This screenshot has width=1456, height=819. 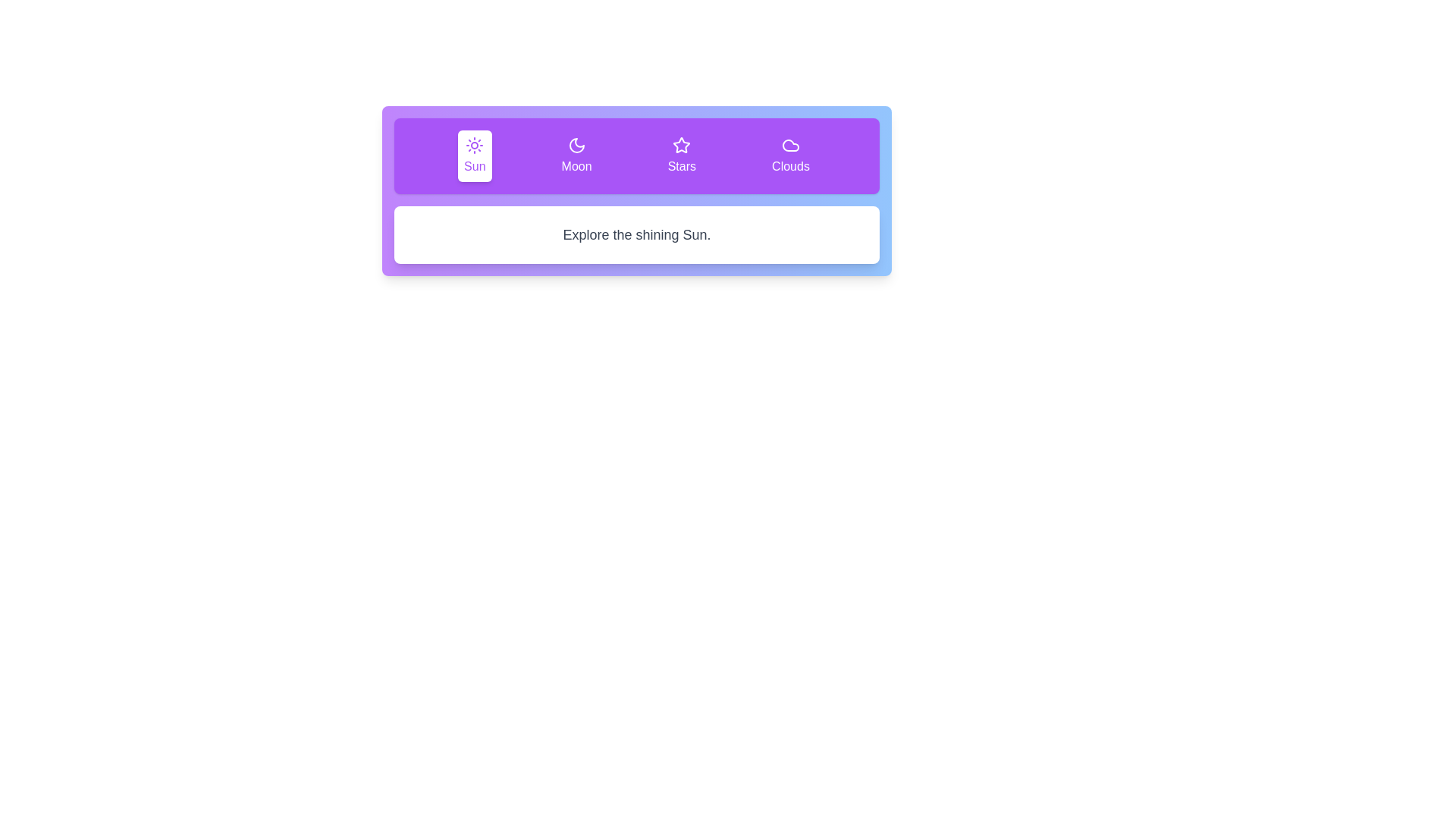 What do you see at coordinates (681, 166) in the screenshot?
I see `the descriptive label for the 'Stars' icon, which is positioned below the star symbol and is the third label from the left in a horizontal layout of items` at bounding box center [681, 166].